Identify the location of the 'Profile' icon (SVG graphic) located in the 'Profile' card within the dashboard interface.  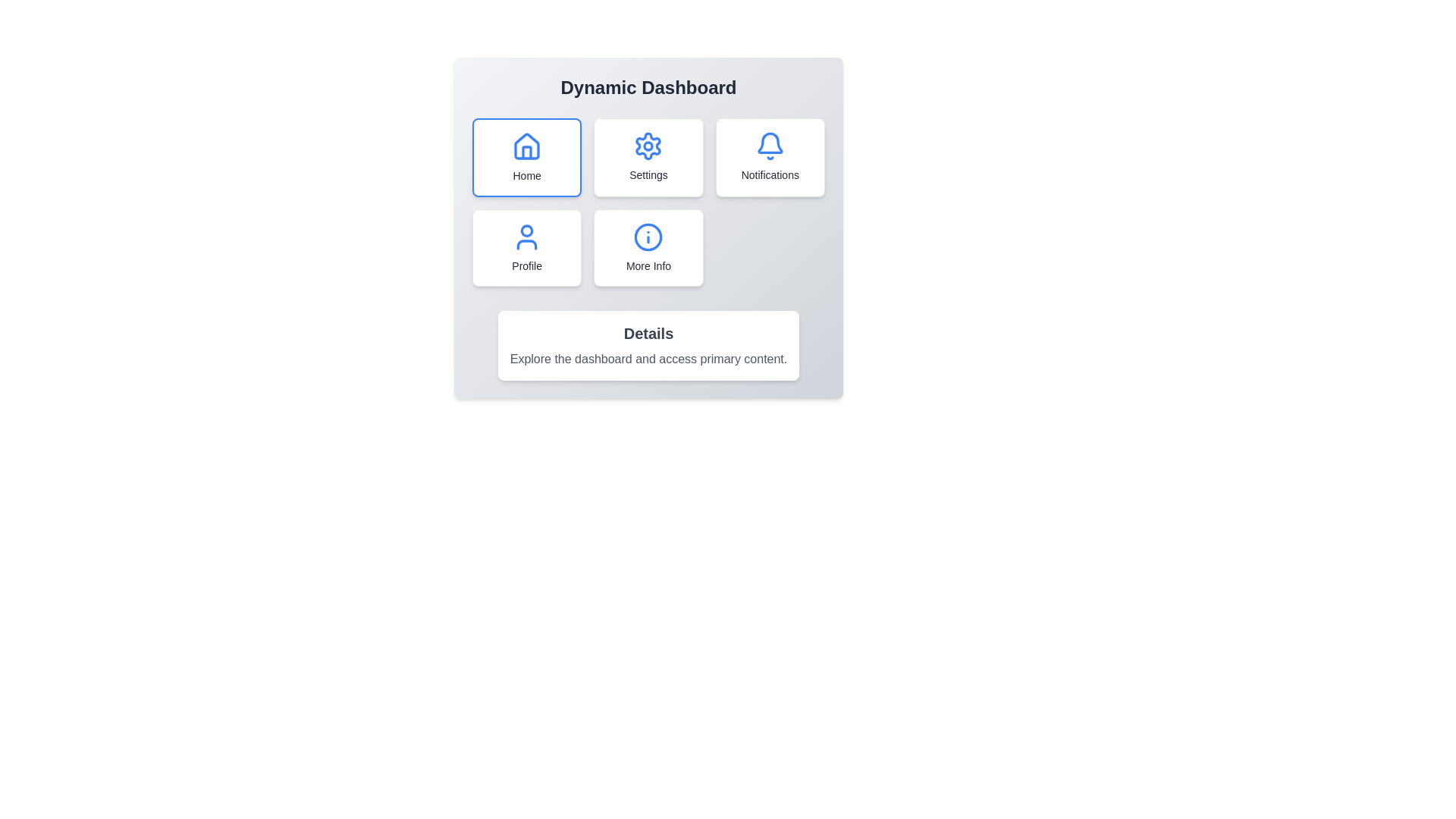
(527, 237).